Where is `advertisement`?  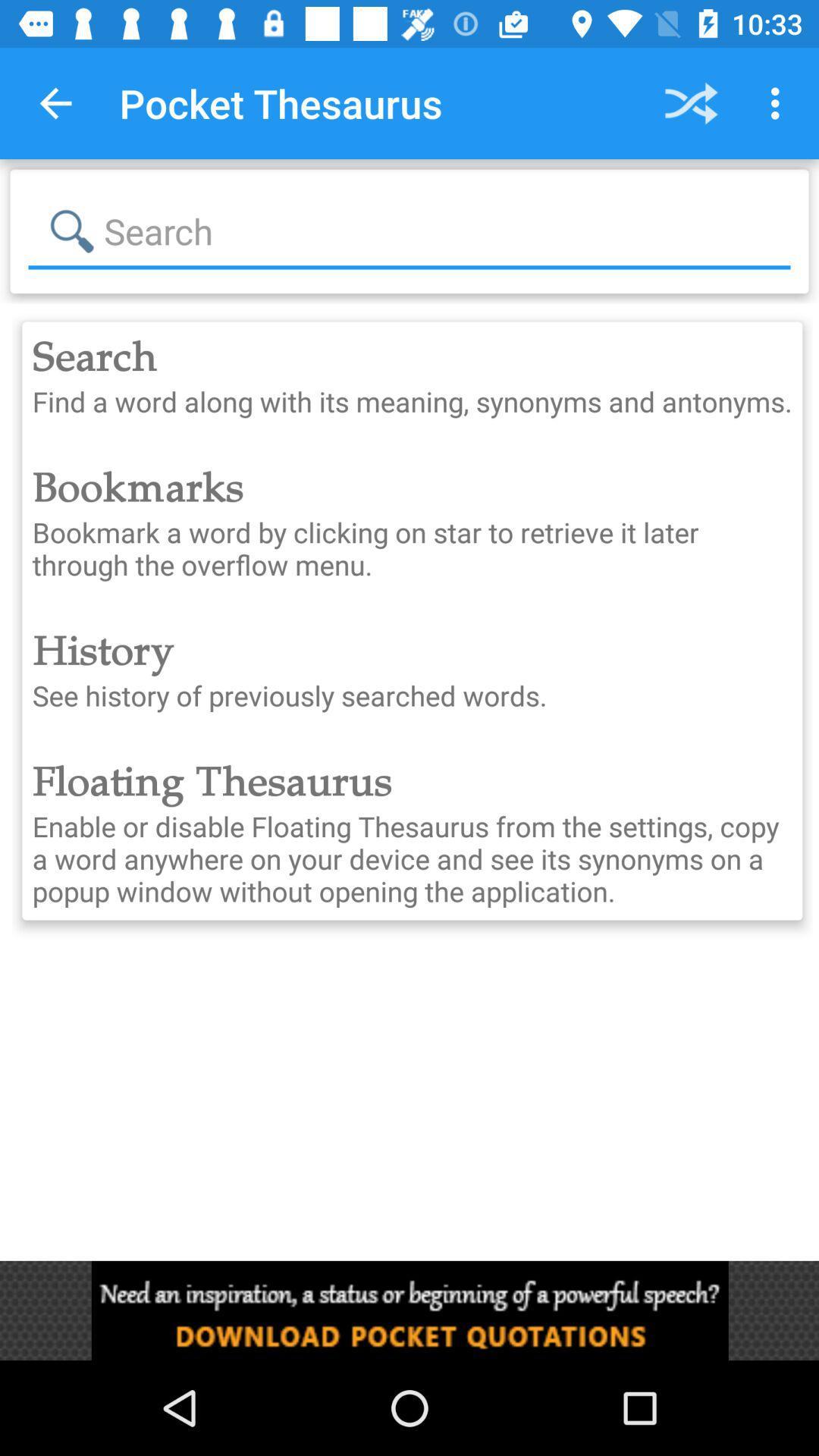
advertisement is located at coordinates (409, 1310).